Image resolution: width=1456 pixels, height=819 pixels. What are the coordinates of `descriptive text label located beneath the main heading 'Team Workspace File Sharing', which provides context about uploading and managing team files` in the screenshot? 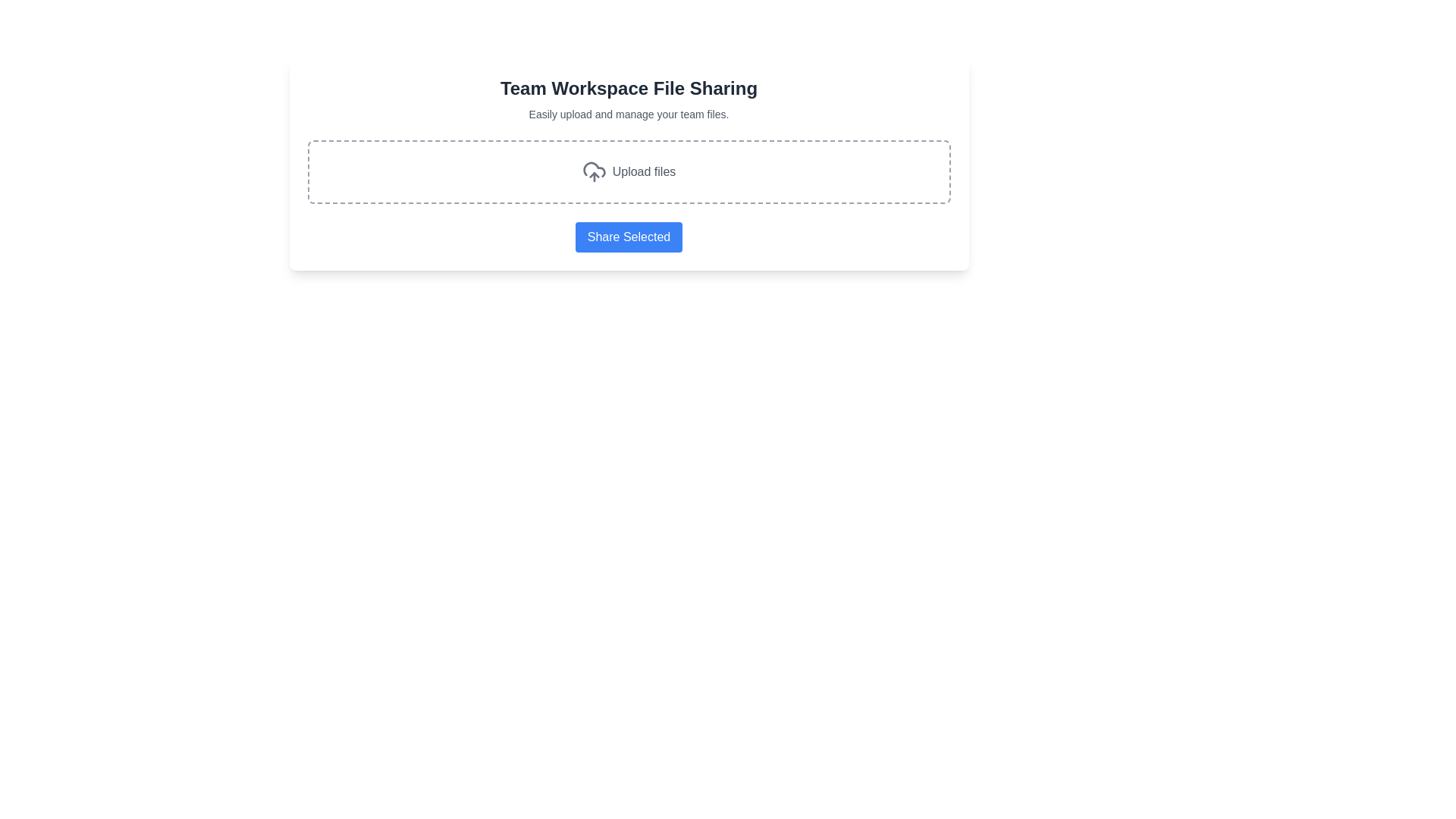 It's located at (629, 113).